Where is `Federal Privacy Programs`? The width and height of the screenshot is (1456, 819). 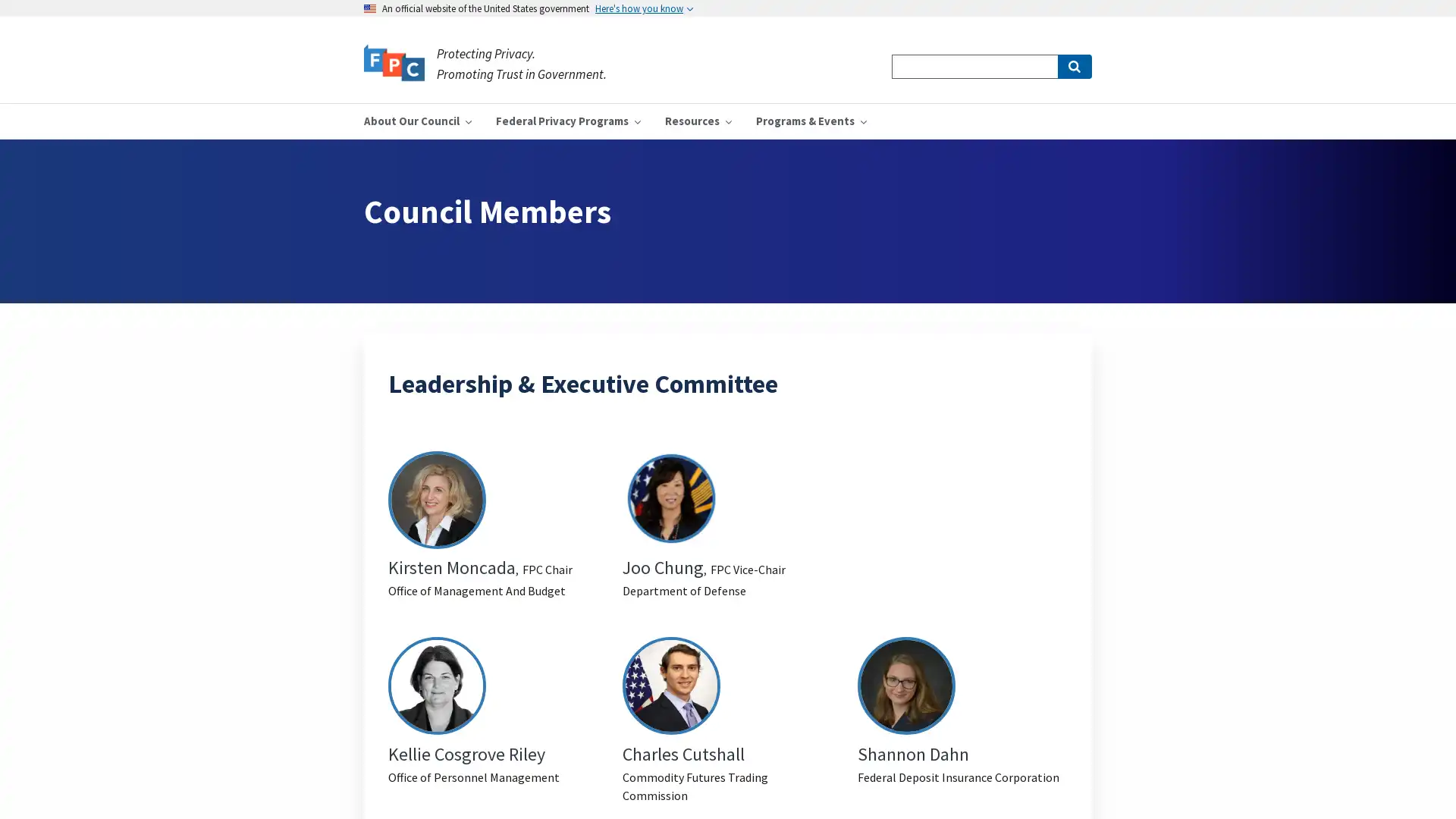 Federal Privacy Programs is located at coordinates (567, 120).